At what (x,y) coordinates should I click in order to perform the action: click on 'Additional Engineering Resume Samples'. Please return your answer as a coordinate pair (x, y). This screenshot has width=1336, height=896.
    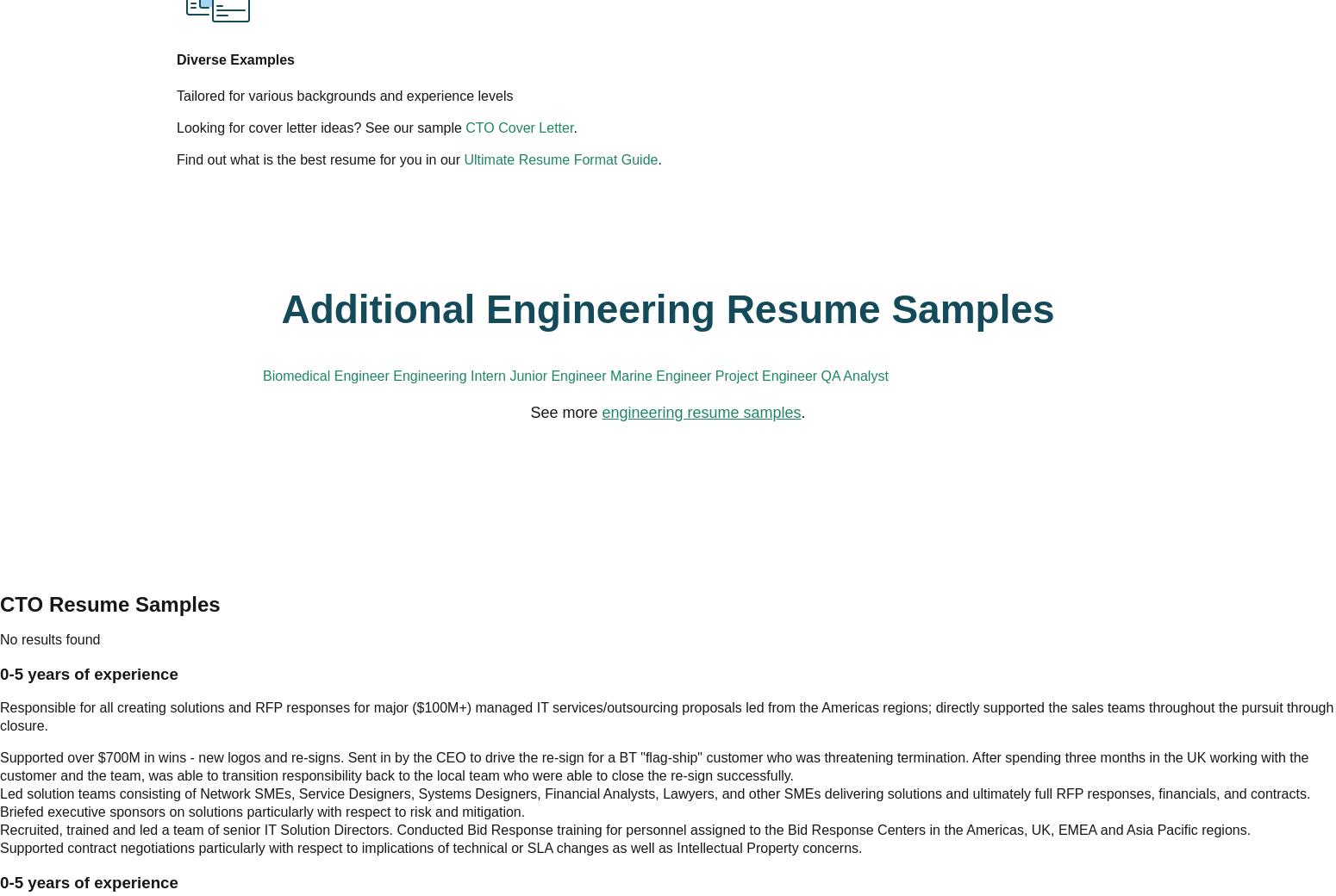
    Looking at the image, I should click on (667, 187).